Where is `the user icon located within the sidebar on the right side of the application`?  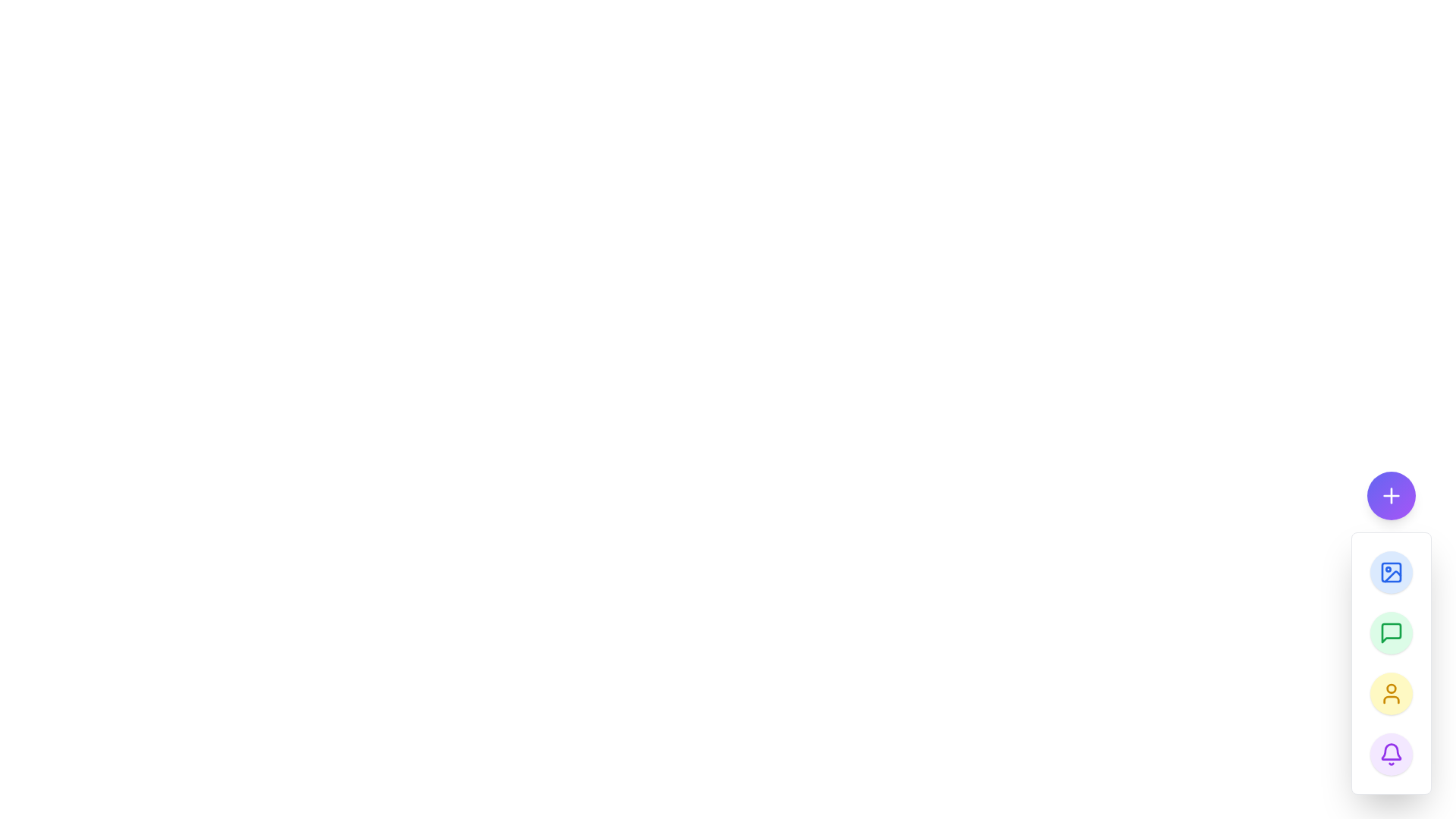 the user icon located within the sidebar on the right side of the application is located at coordinates (1391, 693).